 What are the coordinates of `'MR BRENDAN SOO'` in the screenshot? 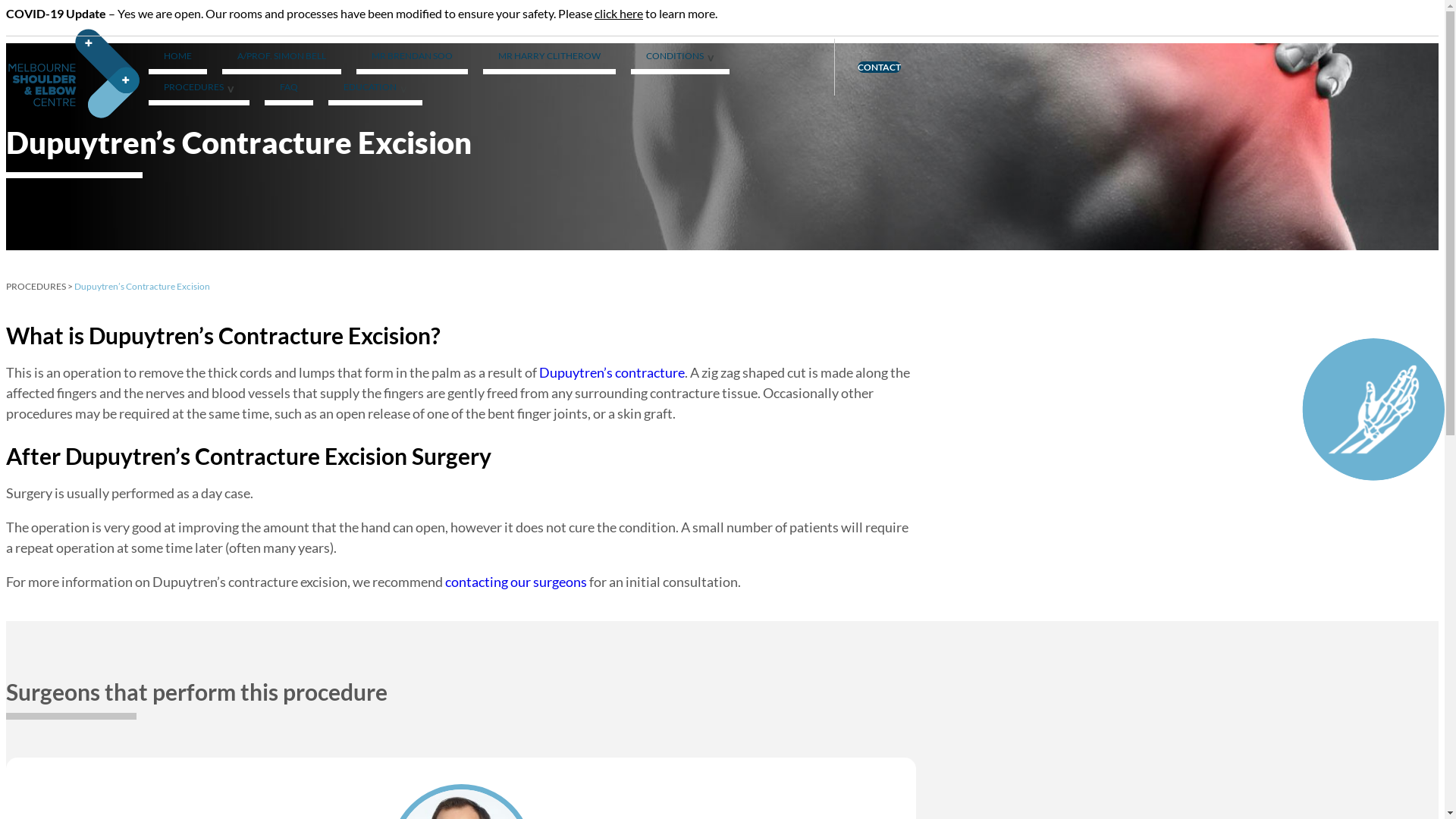 It's located at (412, 58).